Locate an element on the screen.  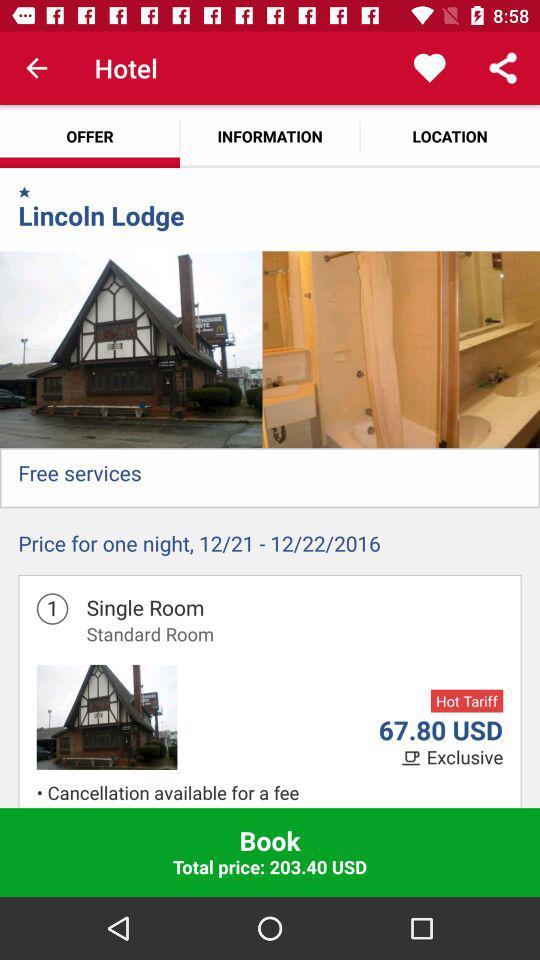
icon below the location is located at coordinates (498, 349).